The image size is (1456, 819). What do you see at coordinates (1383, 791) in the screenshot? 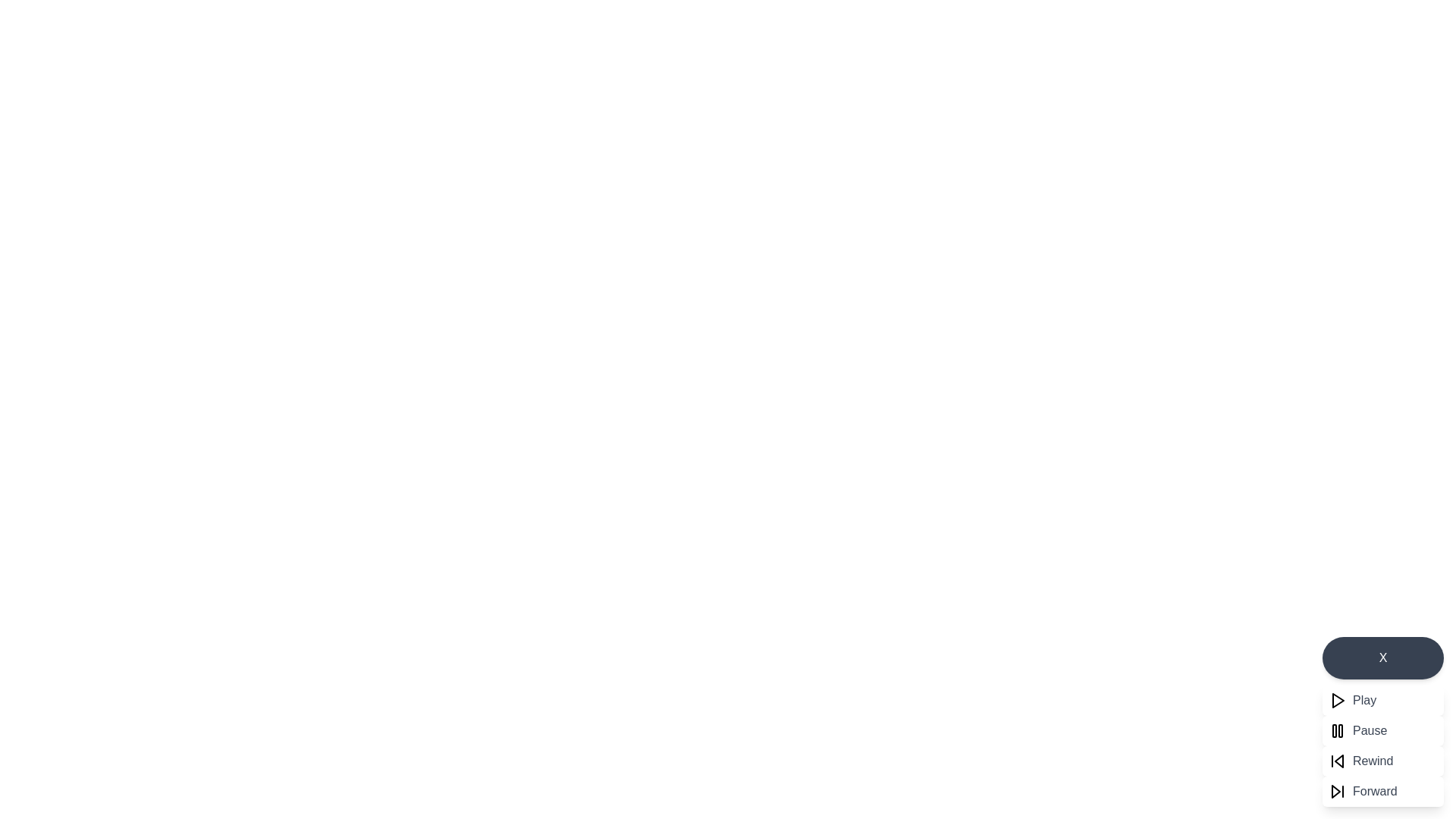
I see `the 'Forward' option in the MultimediaControlDial component` at bounding box center [1383, 791].